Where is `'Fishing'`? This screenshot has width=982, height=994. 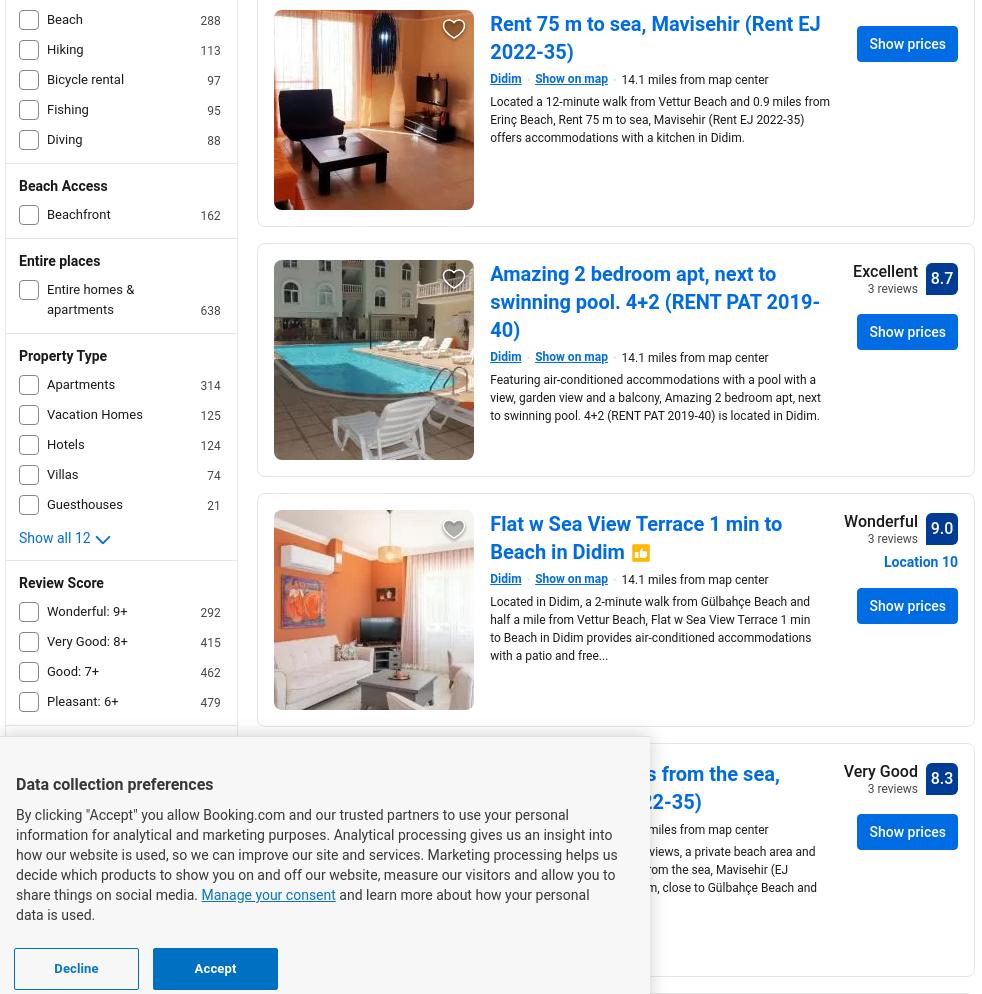 'Fishing' is located at coordinates (66, 108).